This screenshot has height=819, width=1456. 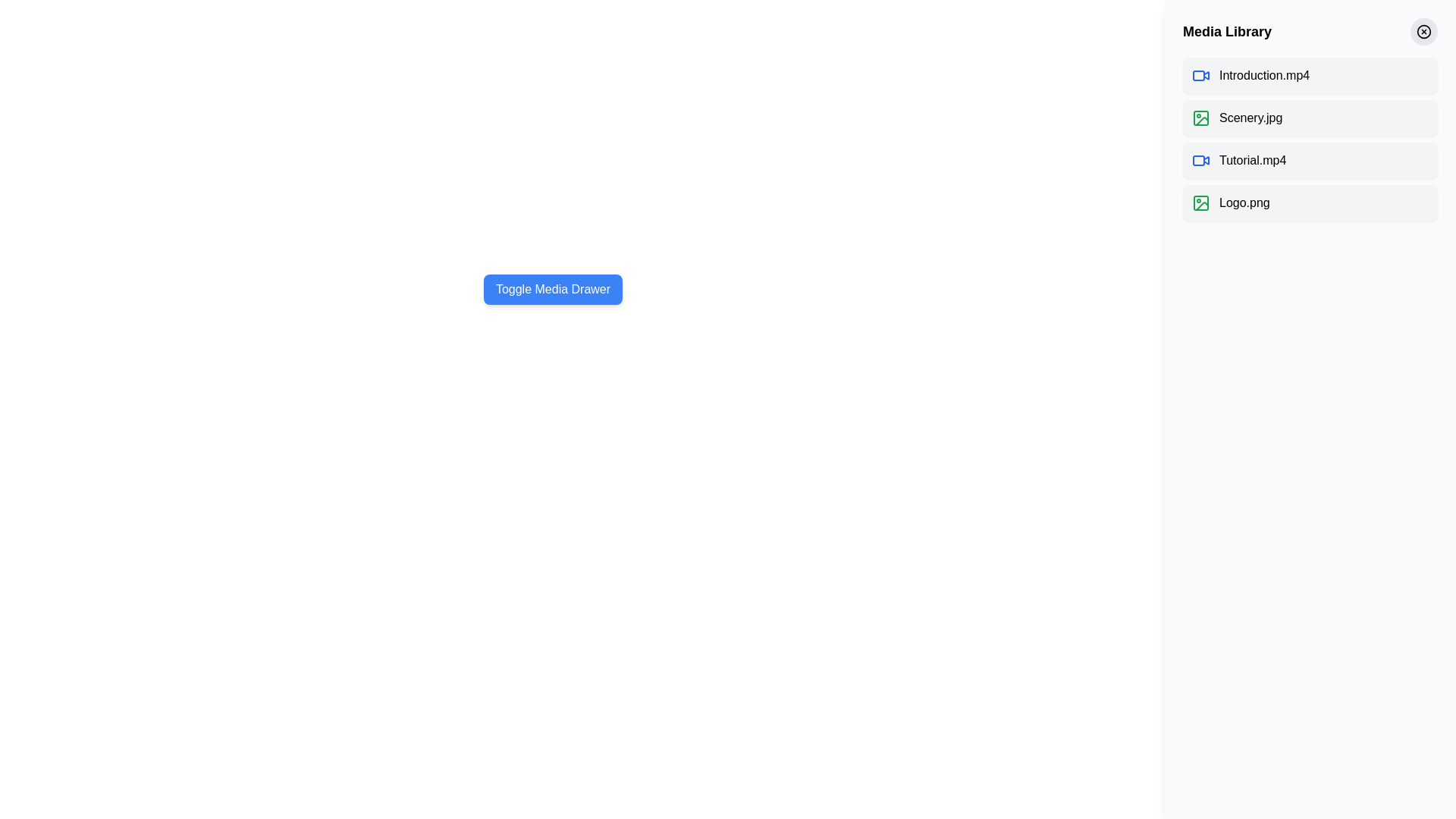 What do you see at coordinates (1200, 202) in the screenshot?
I see `the icon representing the image file 'Logo.png' located on the left side of its label in the media library` at bounding box center [1200, 202].